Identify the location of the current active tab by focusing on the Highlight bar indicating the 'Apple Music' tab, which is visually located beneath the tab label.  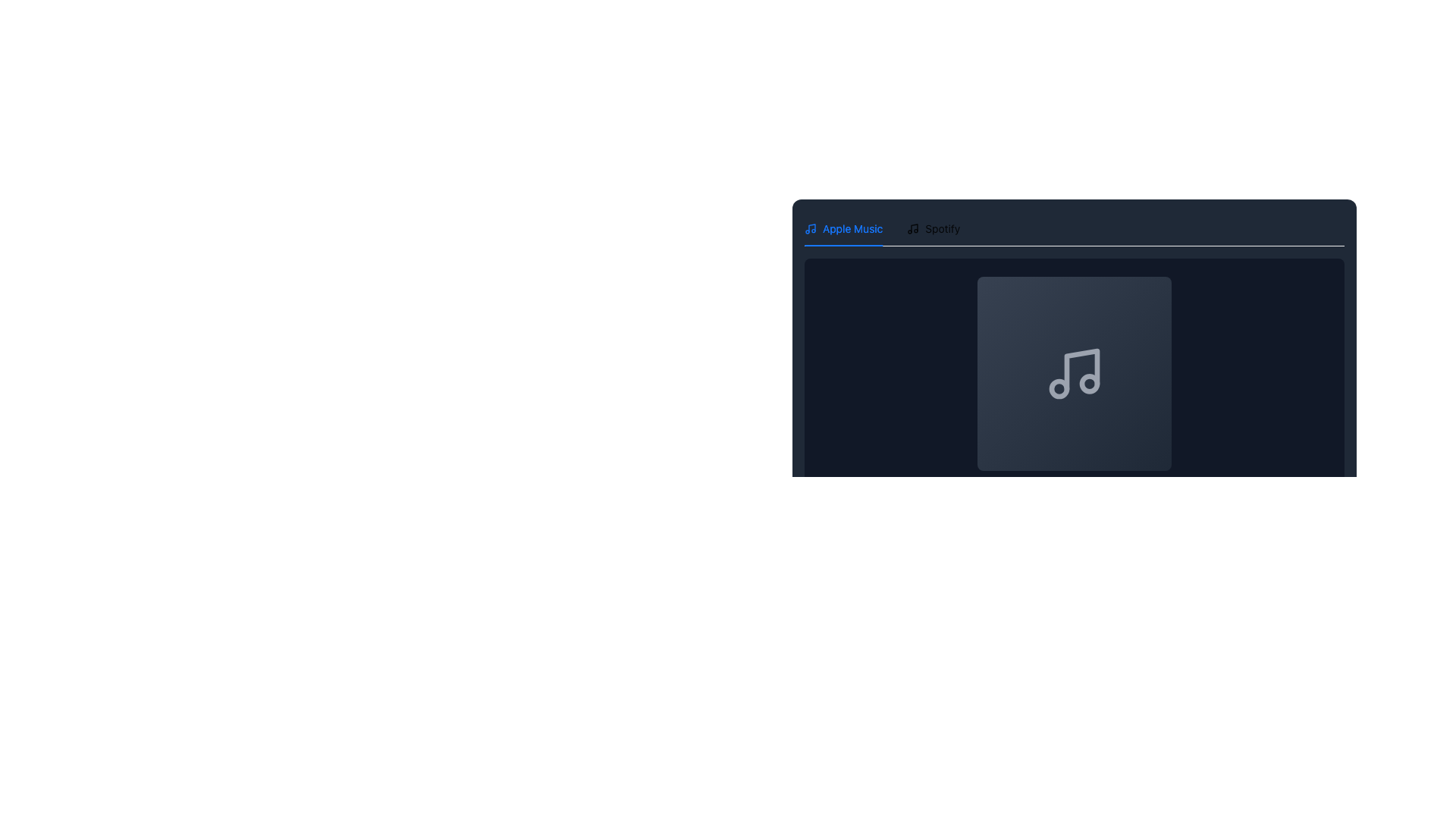
(843, 245).